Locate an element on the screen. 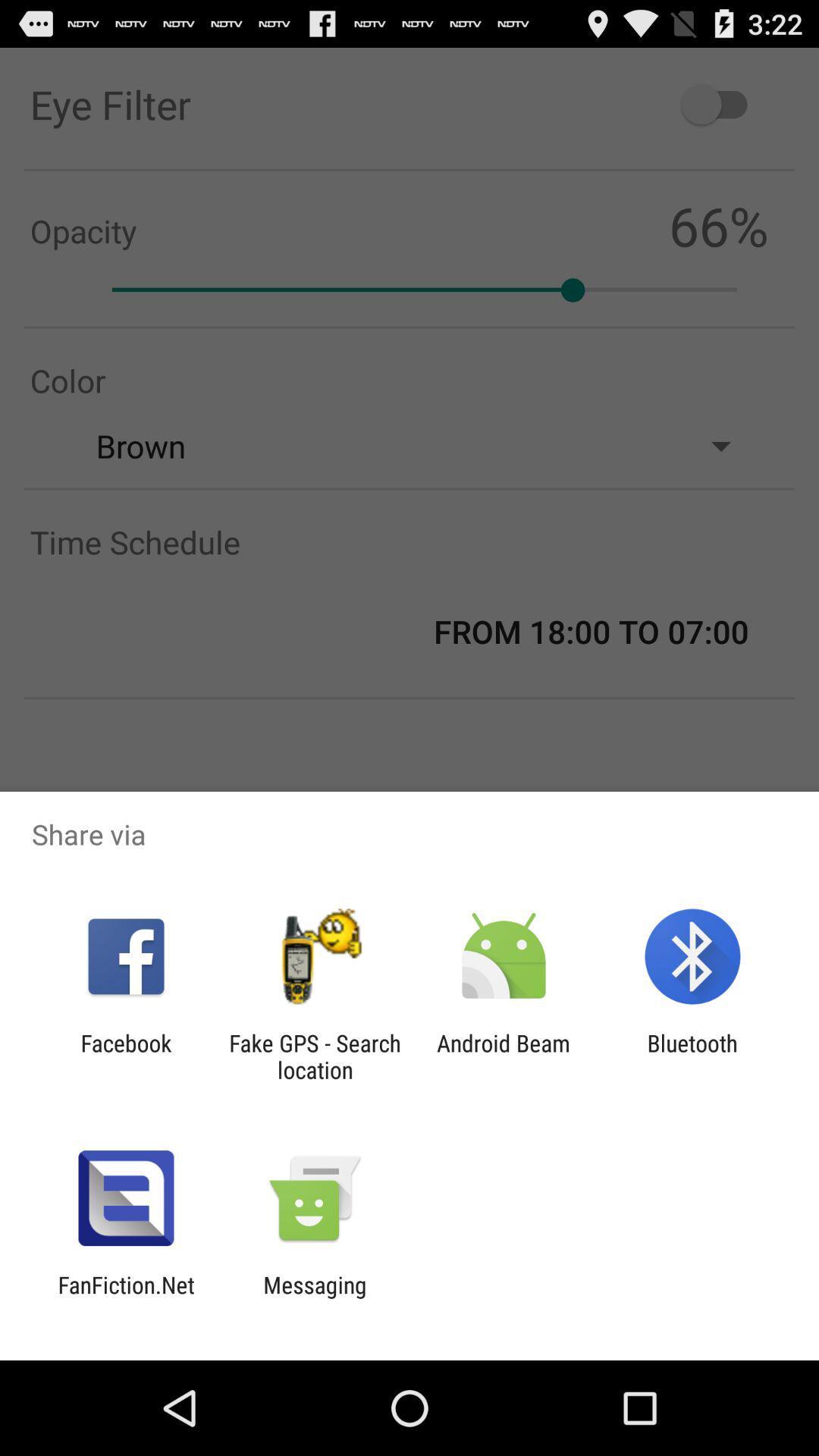 The width and height of the screenshot is (819, 1456). the messaging is located at coordinates (314, 1298).